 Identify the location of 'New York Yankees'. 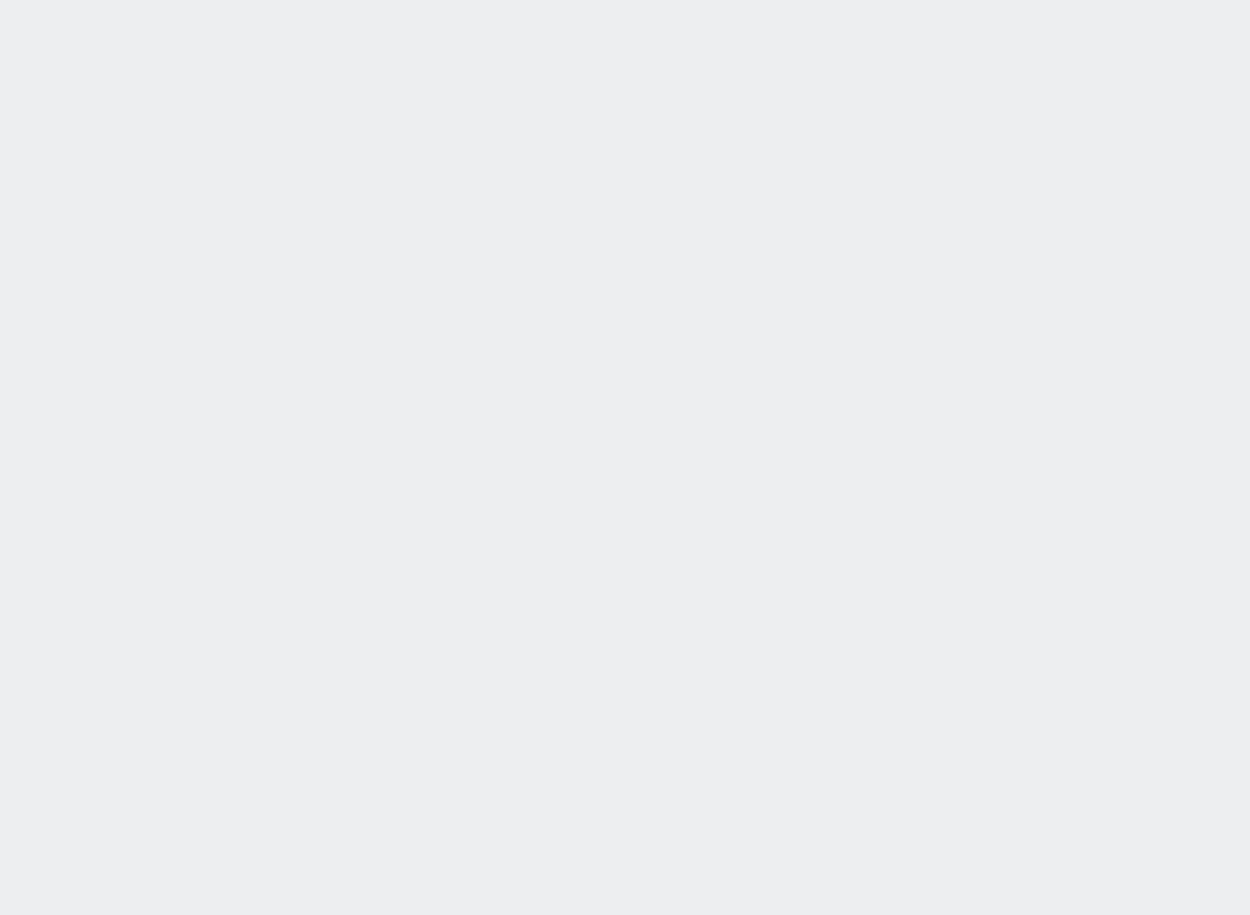
(211, 445).